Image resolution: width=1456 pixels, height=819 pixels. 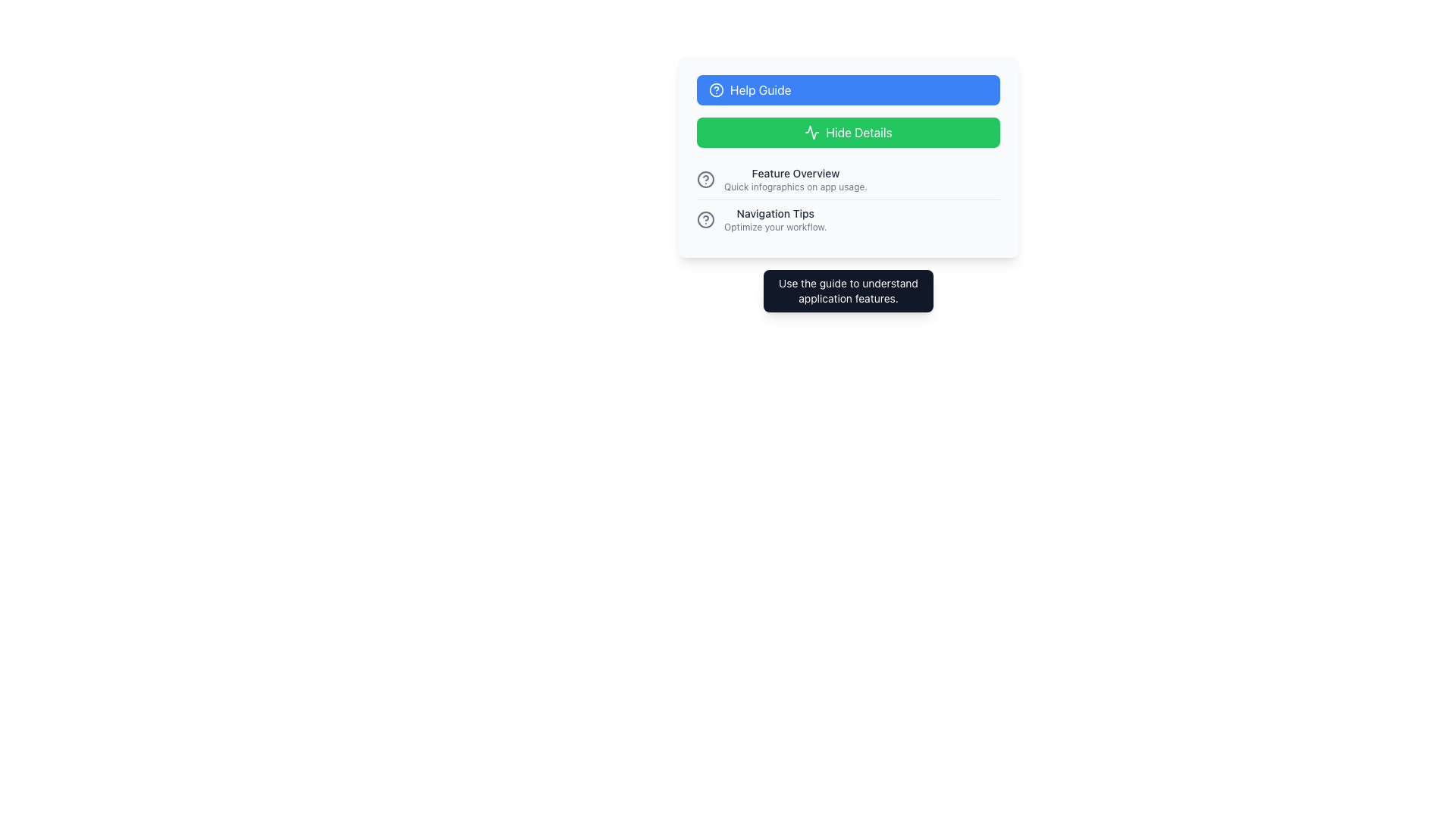 What do you see at coordinates (775, 227) in the screenshot?
I see `explanatory text 'Optimize your workflow.' located beneath the heading 'Navigation Tips' in the right section of the interface` at bounding box center [775, 227].